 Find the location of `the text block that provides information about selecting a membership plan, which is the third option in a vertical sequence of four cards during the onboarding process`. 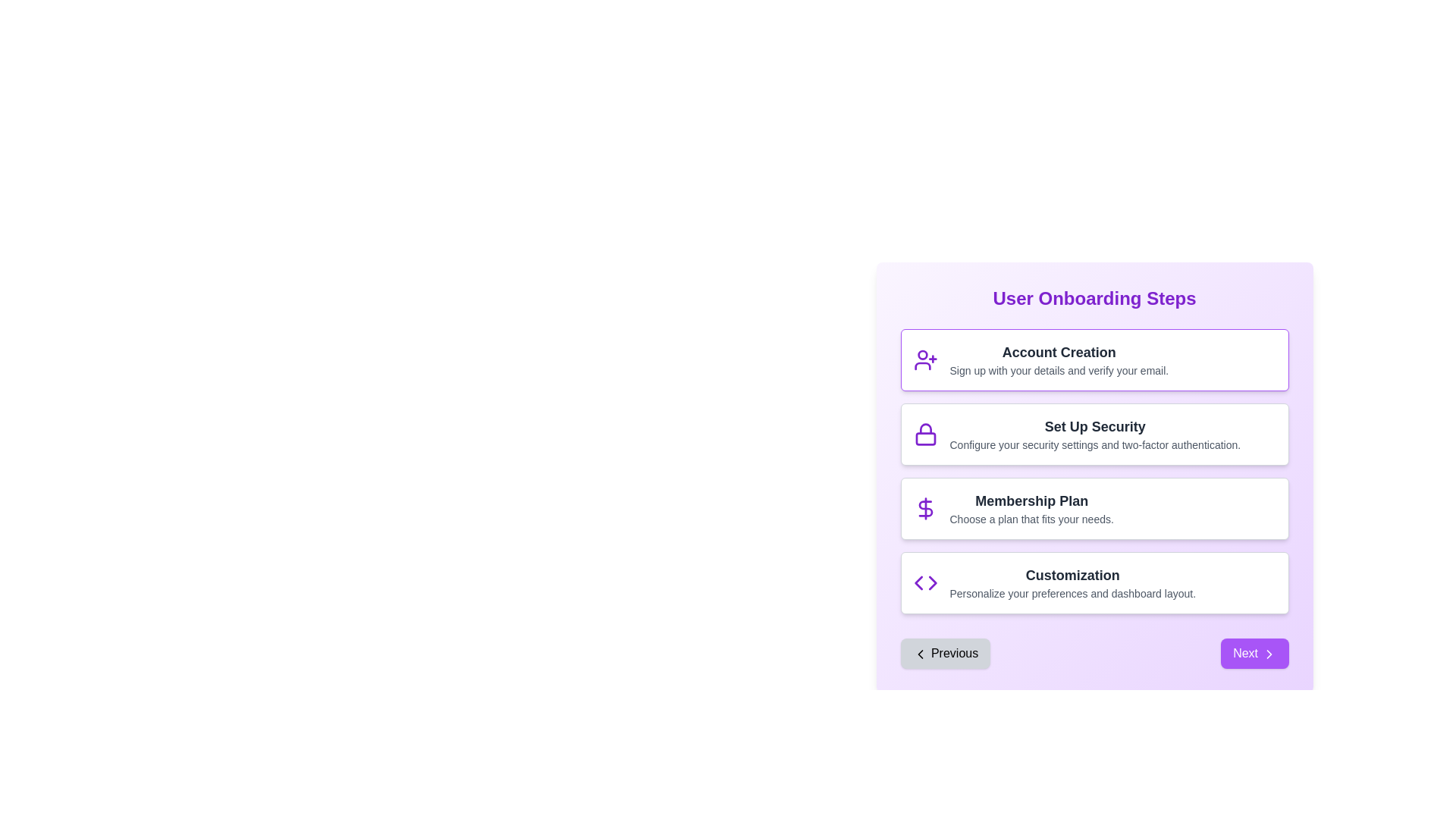

the text block that provides information about selecting a membership plan, which is the third option in a vertical sequence of four cards during the onboarding process is located at coordinates (1031, 509).